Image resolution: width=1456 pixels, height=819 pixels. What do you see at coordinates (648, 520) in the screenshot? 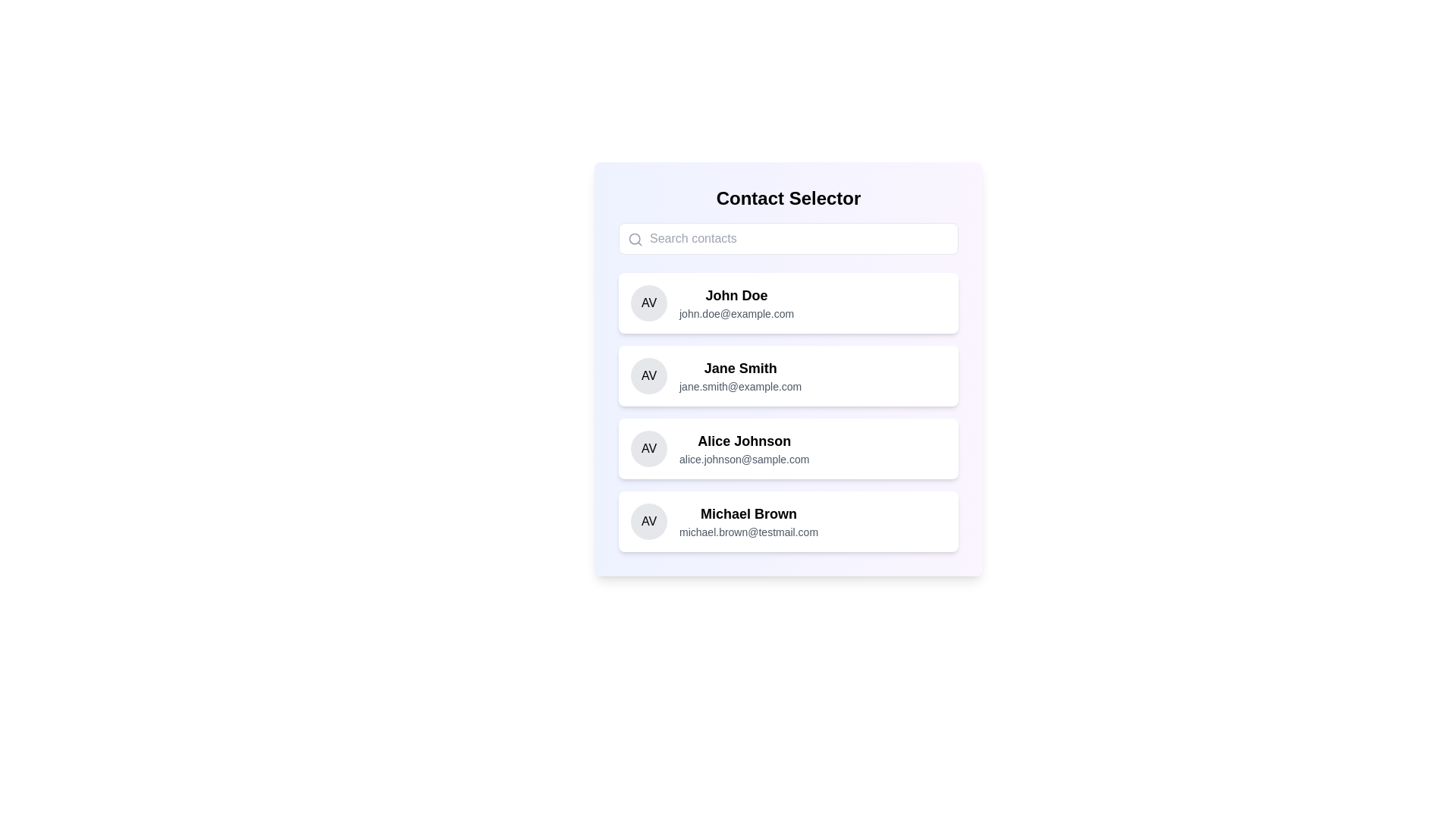
I see `the circular avatar icon representing the contact 'Michael Brown'` at bounding box center [648, 520].